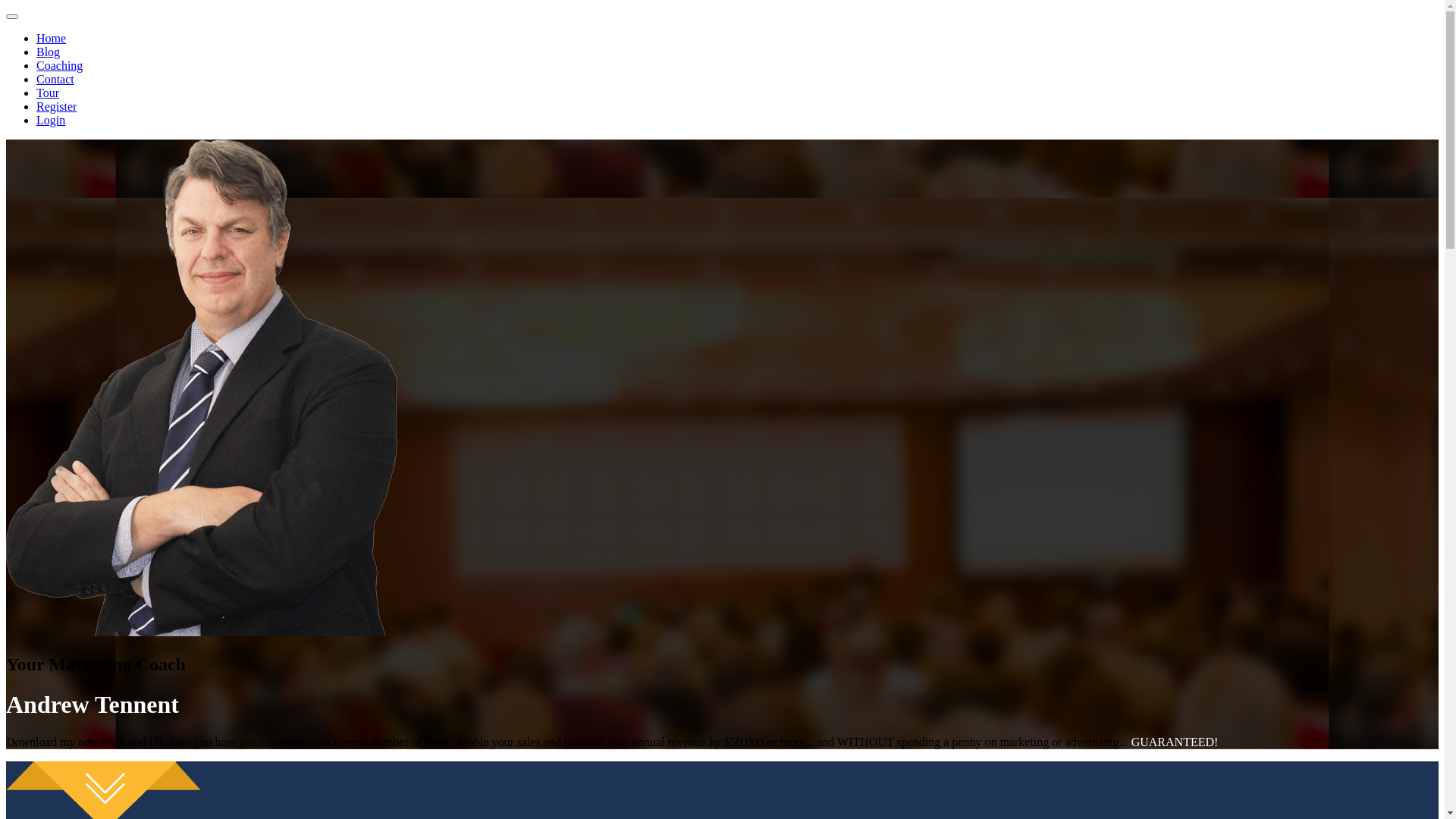 This screenshot has height=819, width=1456. Describe the element at coordinates (51, 119) in the screenshot. I see `'Login'` at that location.